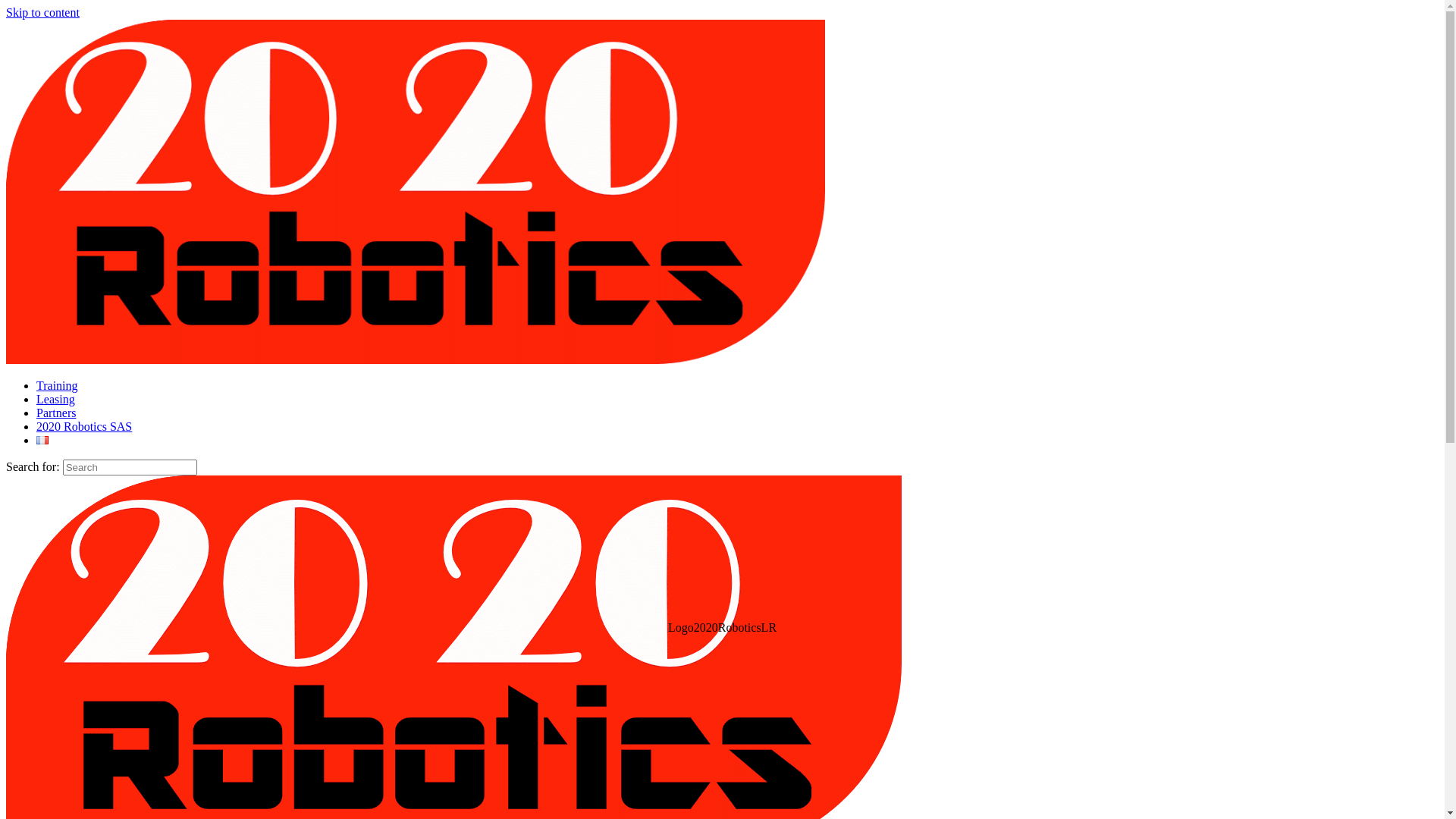  Describe the element at coordinates (55, 413) in the screenshot. I see `'Partners'` at that location.